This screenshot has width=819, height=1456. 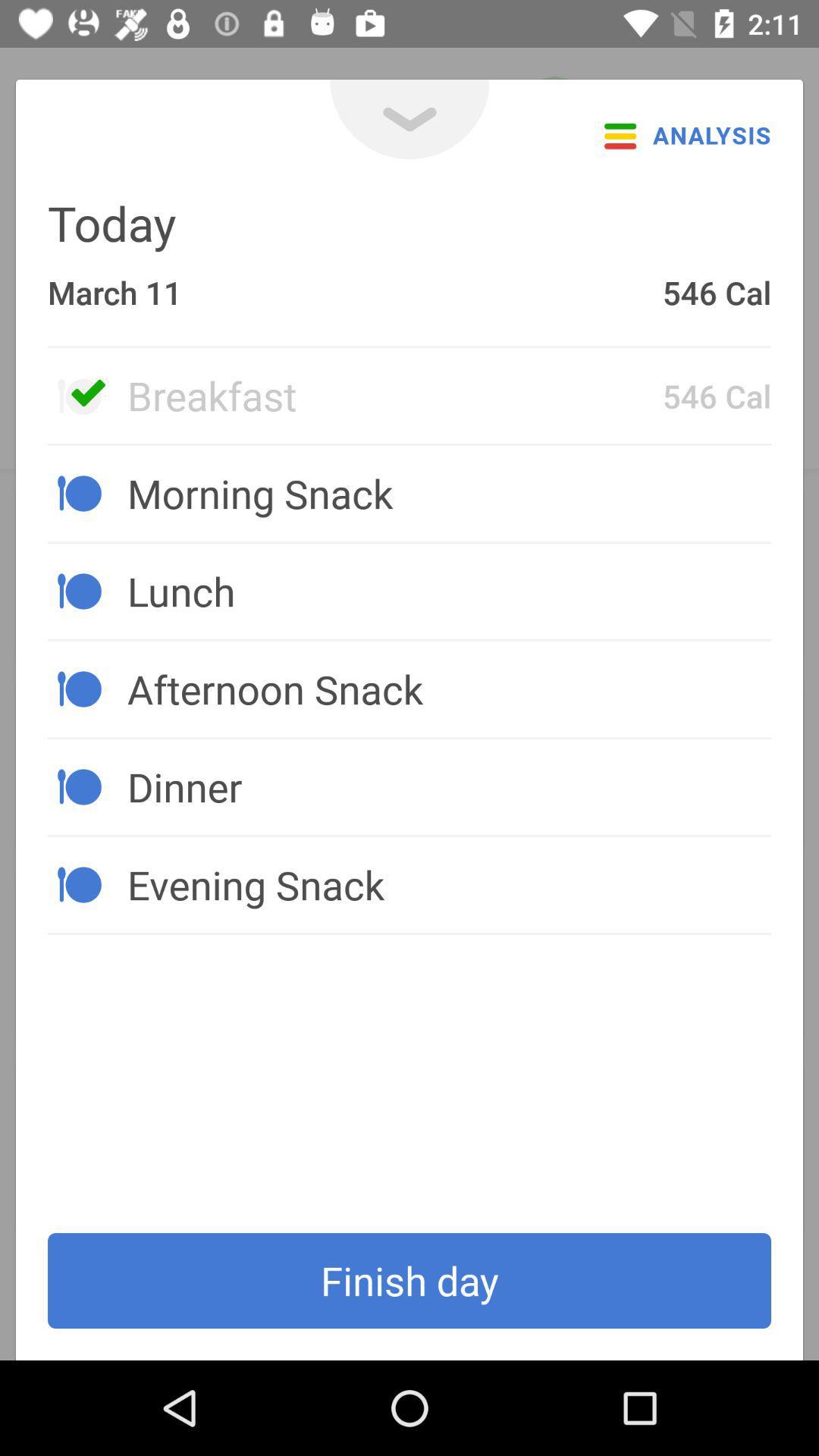 What do you see at coordinates (448, 590) in the screenshot?
I see `lunch item` at bounding box center [448, 590].